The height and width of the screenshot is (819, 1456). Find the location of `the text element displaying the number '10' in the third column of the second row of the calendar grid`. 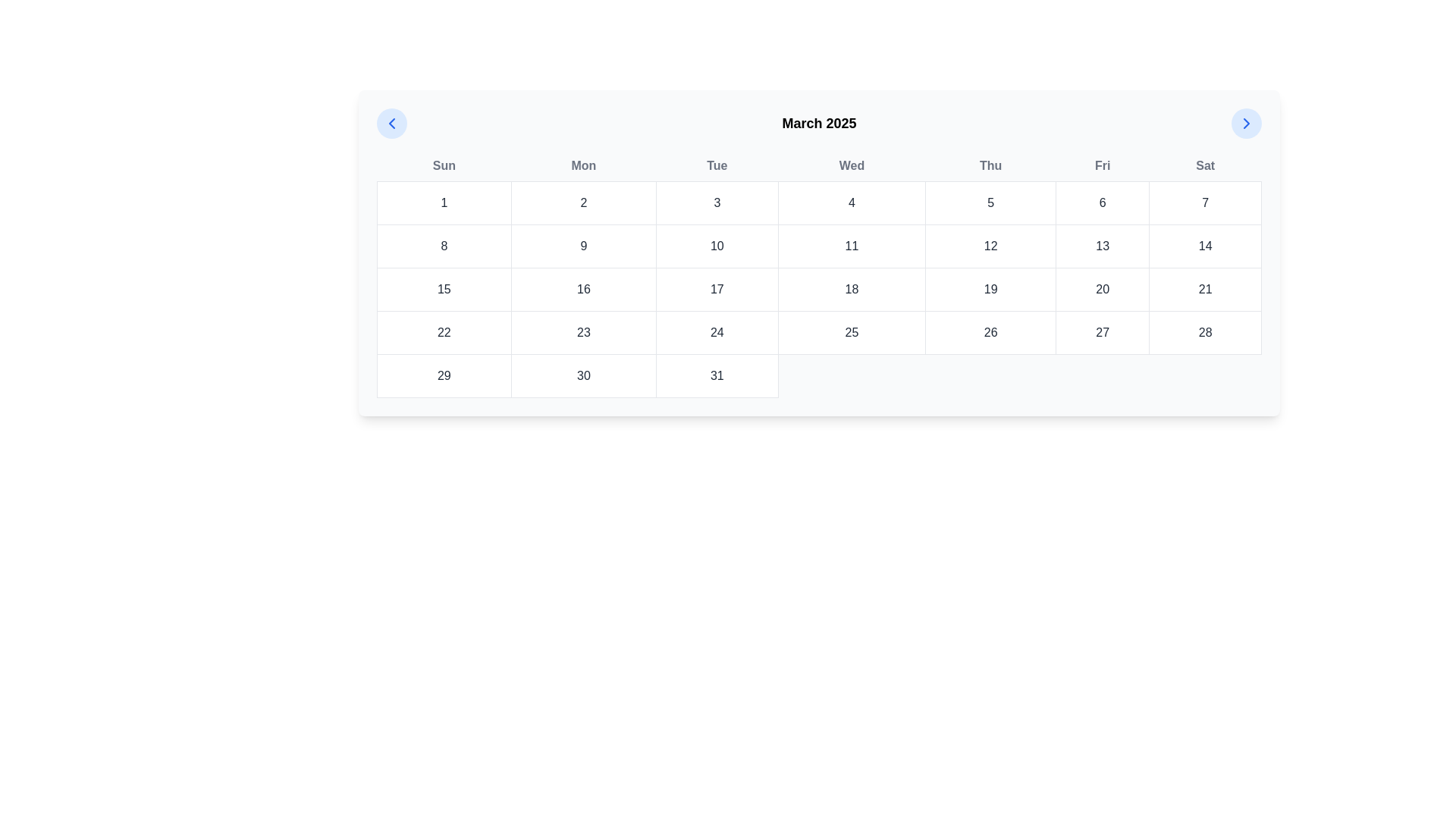

the text element displaying the number '10' in the third column of the second row of the calendar grid is located at coordinates (716, 245).